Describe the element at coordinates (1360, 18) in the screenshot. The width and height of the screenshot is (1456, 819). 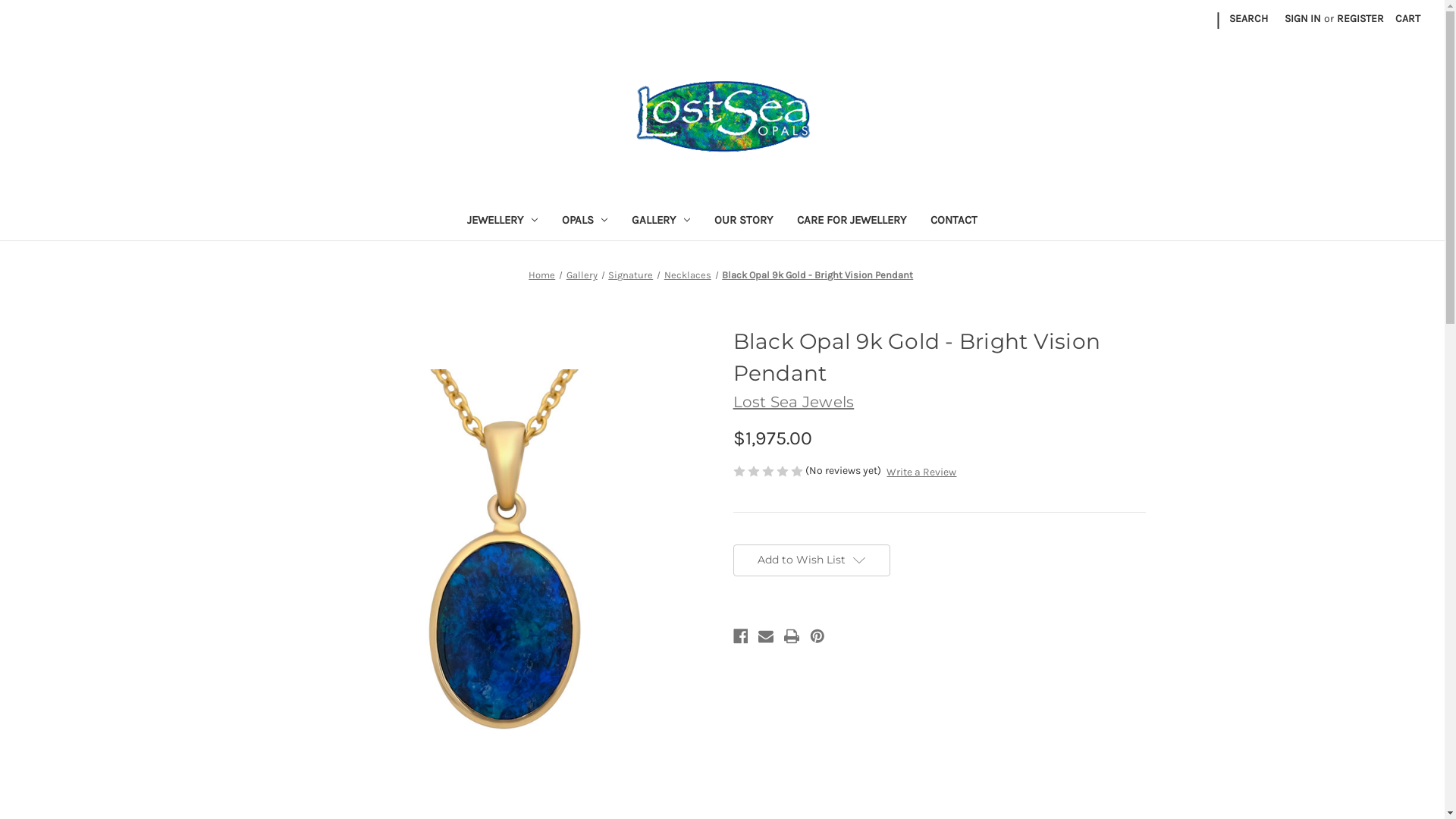
I see `'REGISTER'` at that location.